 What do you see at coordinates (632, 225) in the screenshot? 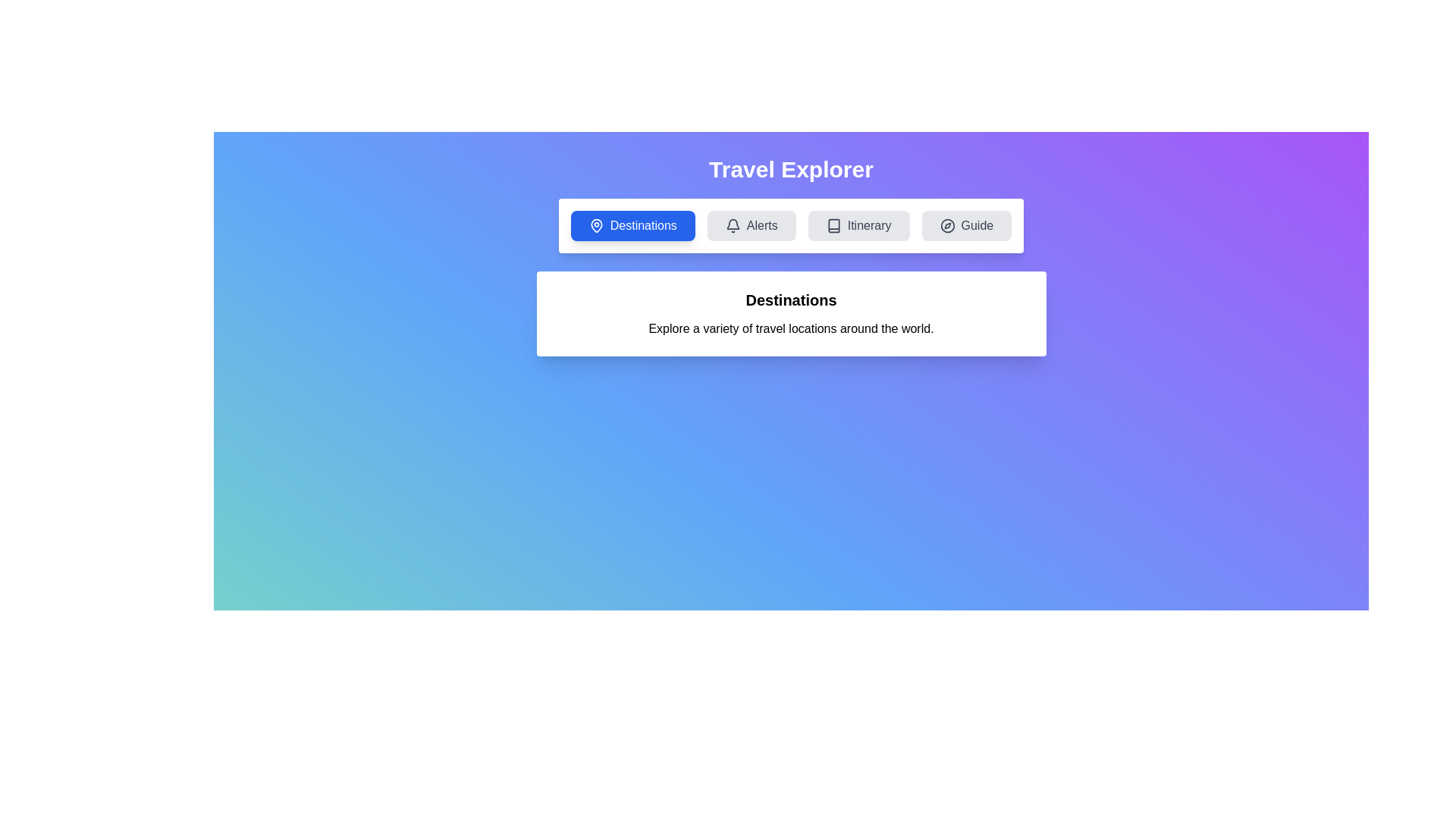
I see `the tab labeled Destinations` at bounding box center [632, 225].